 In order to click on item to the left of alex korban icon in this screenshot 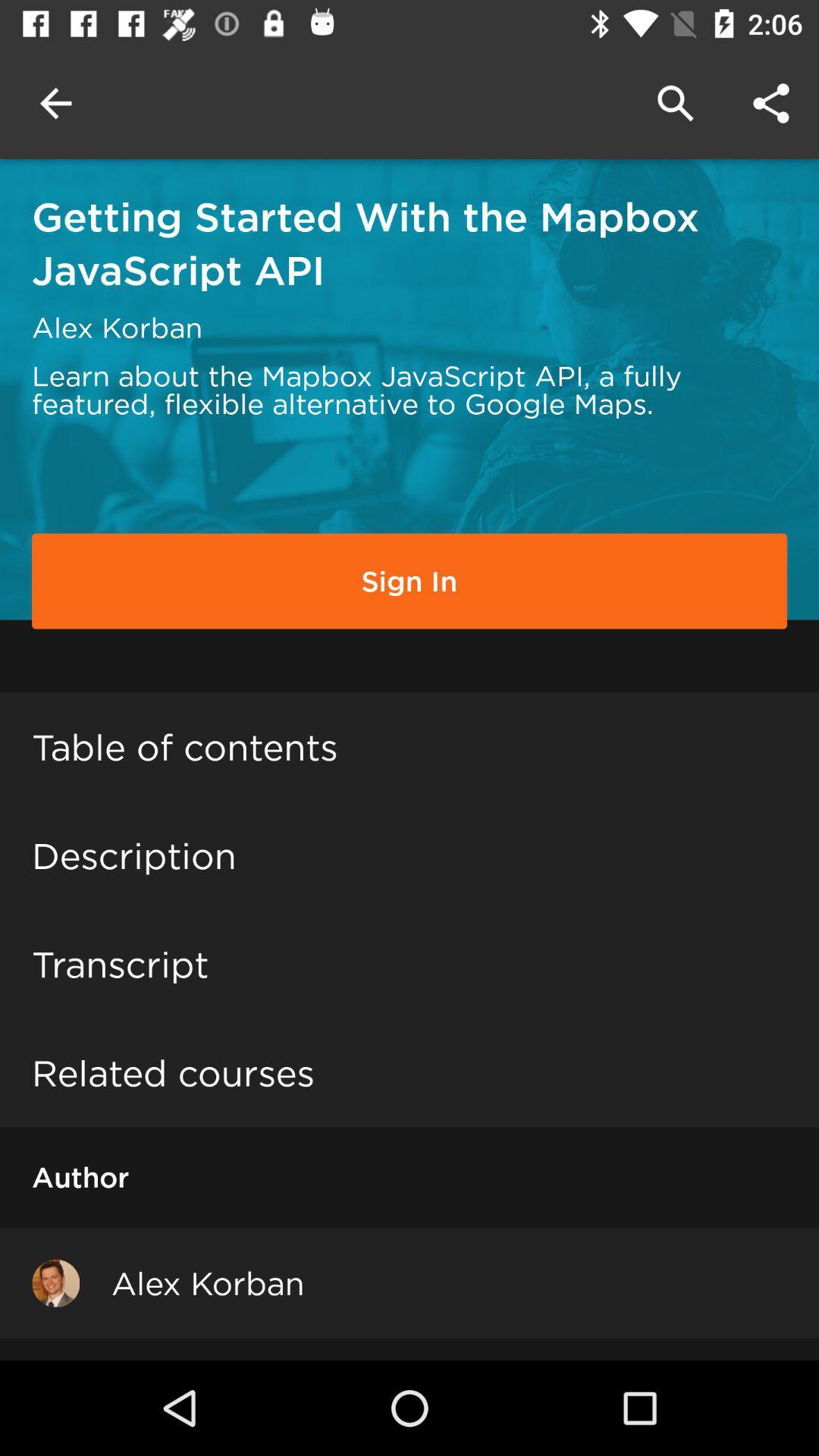, I will do `click(55, 1282)`.